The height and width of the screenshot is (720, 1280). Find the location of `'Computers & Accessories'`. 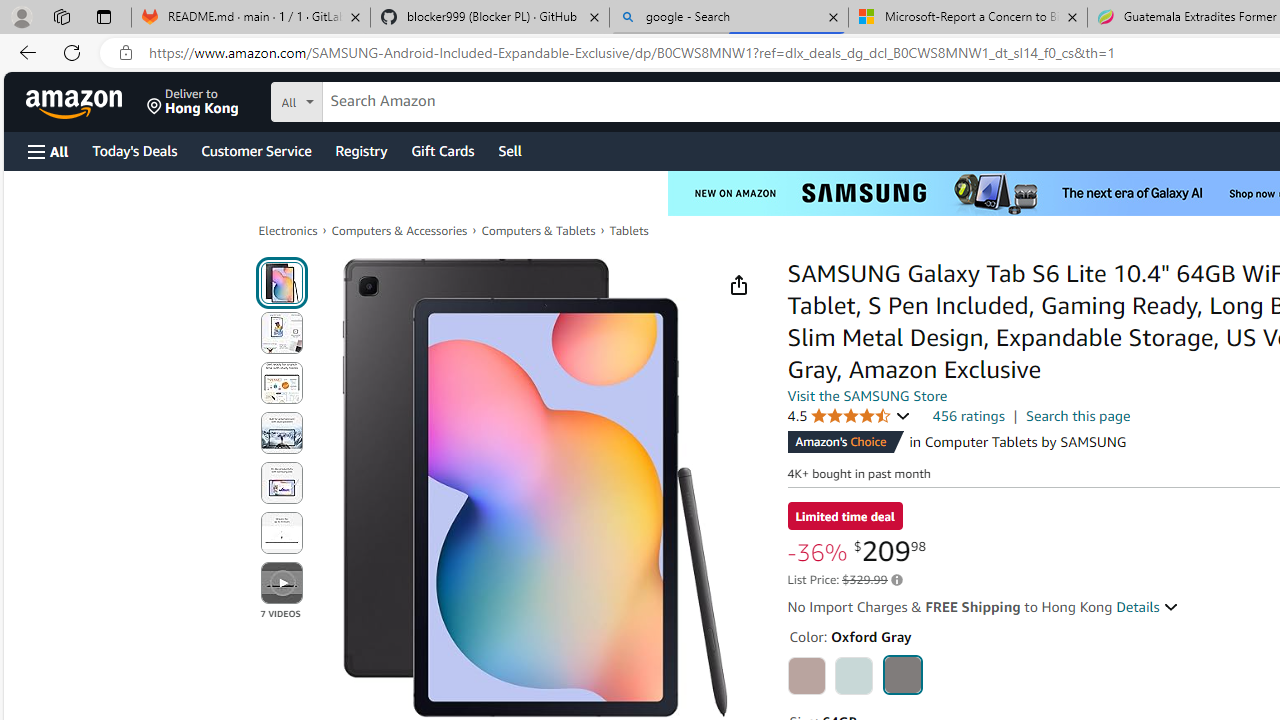

'Computers & Accessories' is located at coordinates (400, 230).